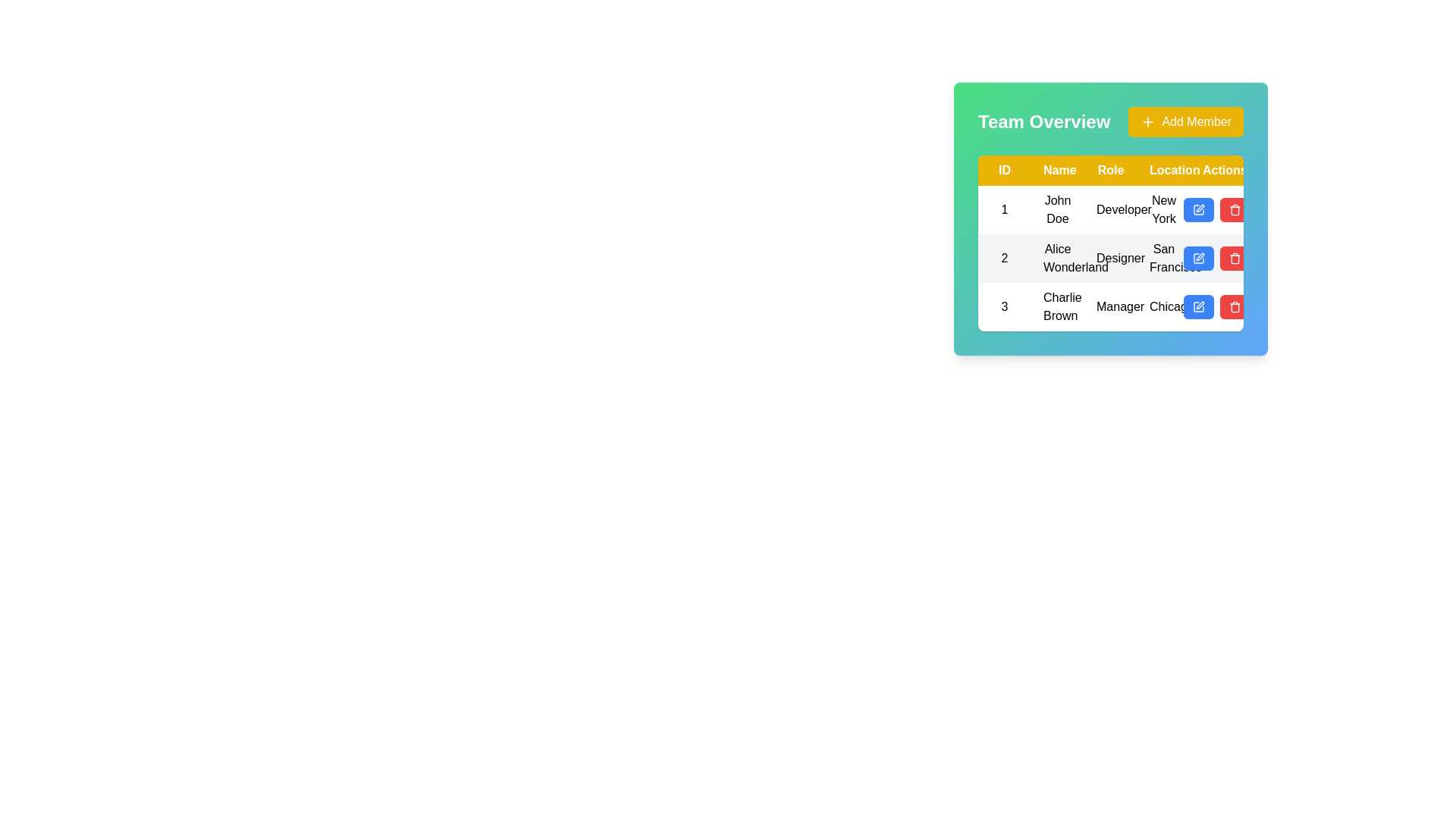 This screenshot has width=1456, height=819. I want to click on the empty table cell or spacer located in the 'Actions' column of the first row for the entry 'John Doe, Developer, New York', which is positioned between the blue edit button and the red delete button, so click(1216, 210).